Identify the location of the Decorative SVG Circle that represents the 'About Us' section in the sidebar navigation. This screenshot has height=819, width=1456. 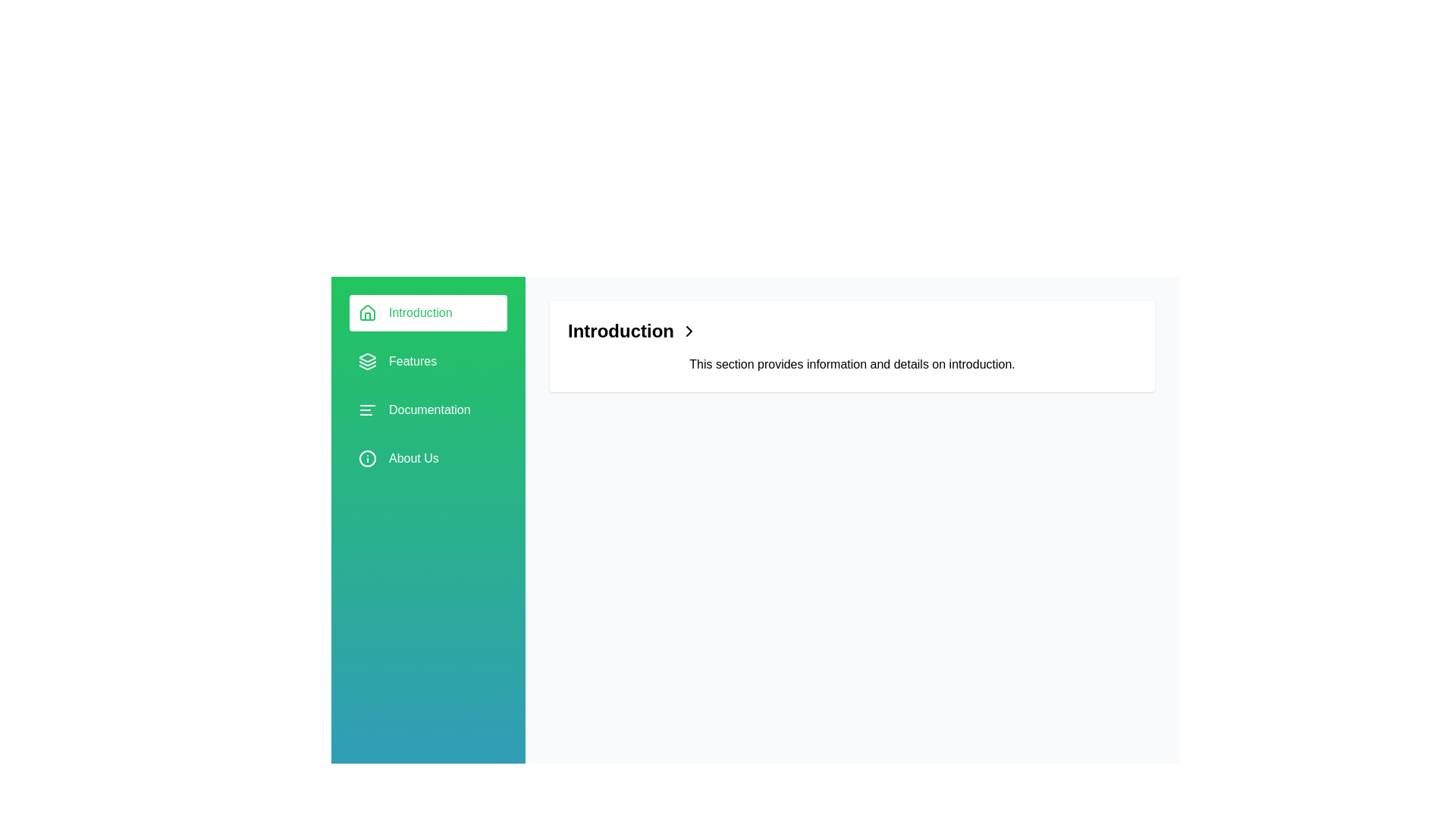
(367, 458).